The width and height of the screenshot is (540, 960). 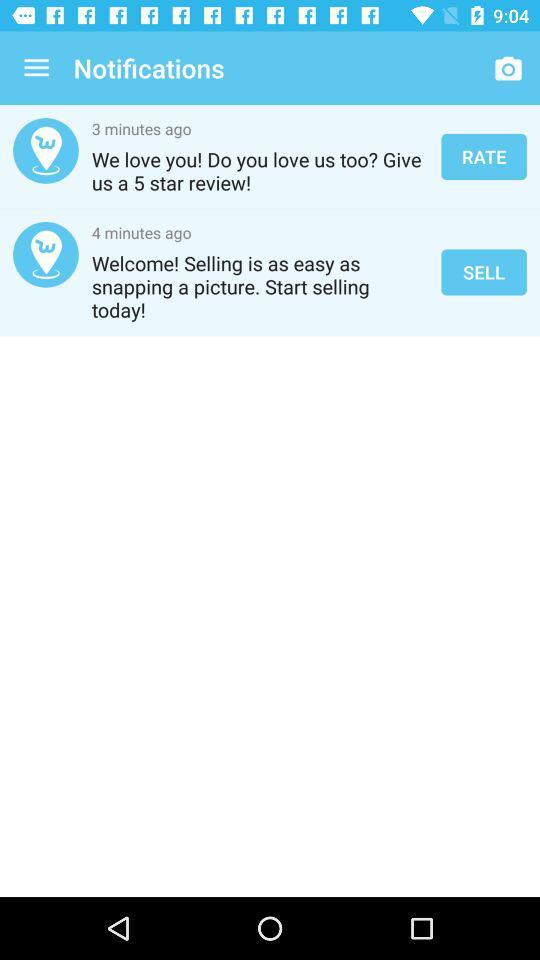 I want to click on item below the welcome selling is item, so click(x=270, y=434).